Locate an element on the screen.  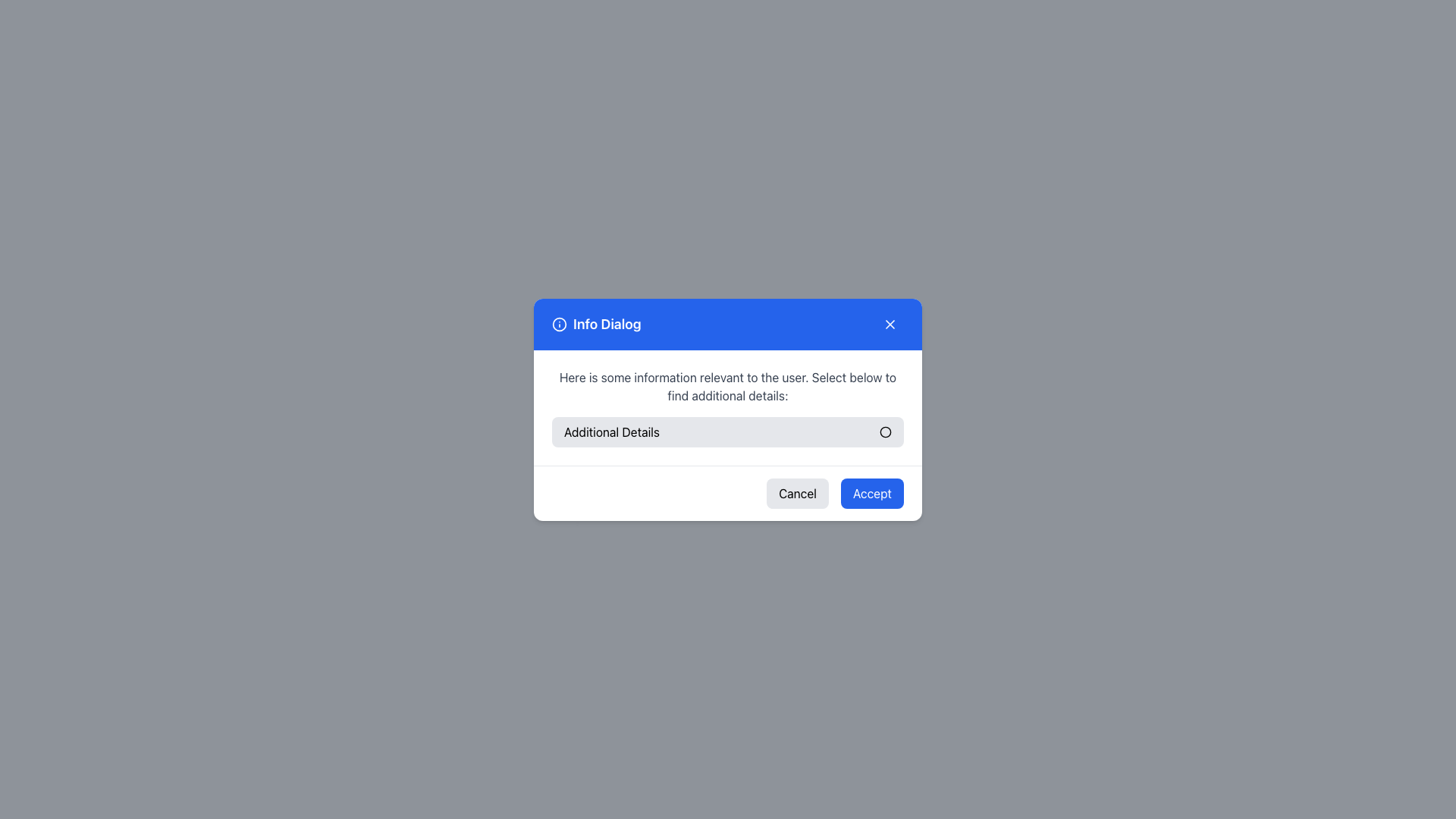
the 'Accept' button, which is a rectangular button with a blue background and white text, located at the bottom right of the dialog box is located at coordinates (872, 493).